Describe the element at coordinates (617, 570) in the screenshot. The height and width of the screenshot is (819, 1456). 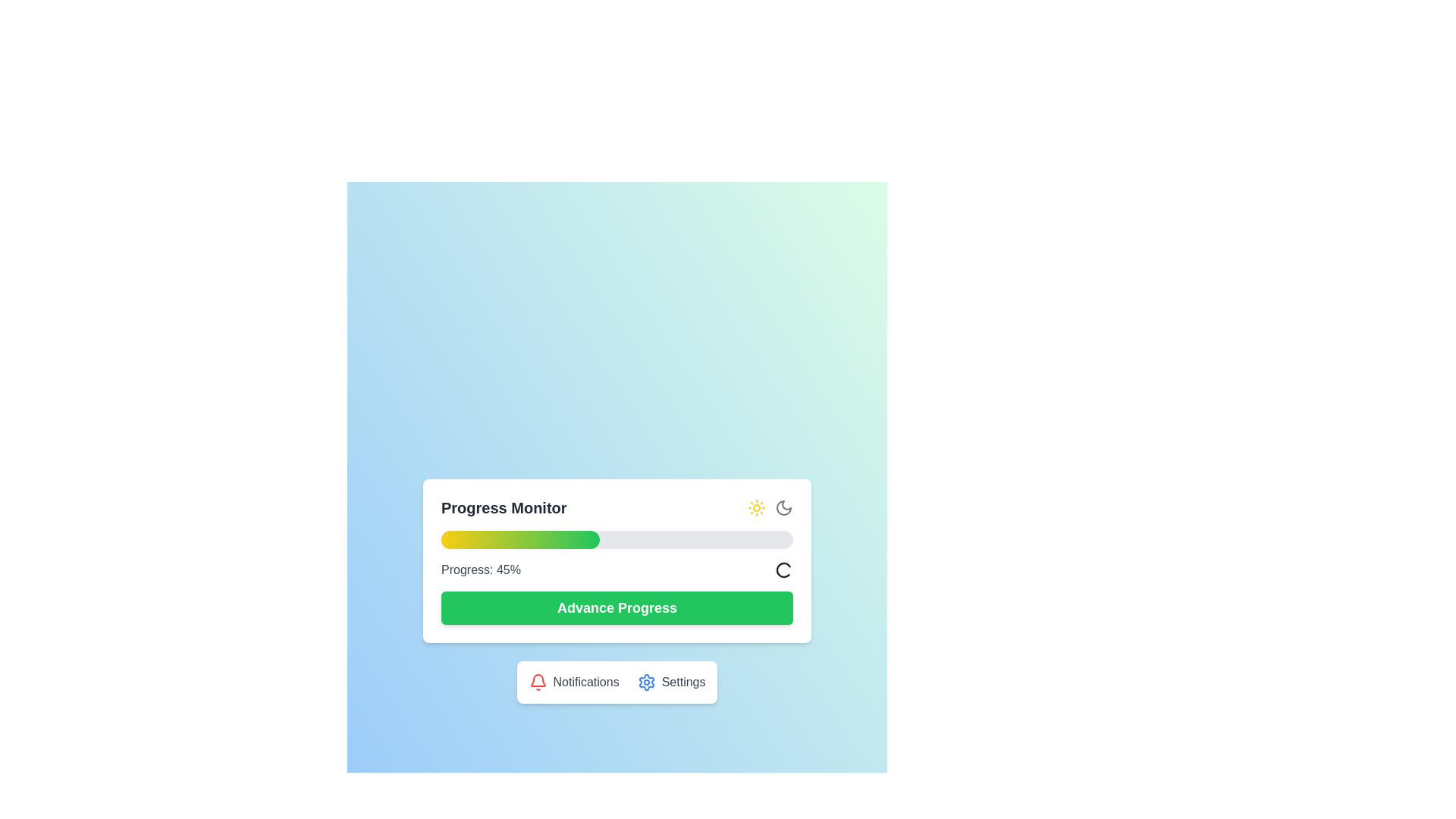
I see `the spinning circular indicator next to the text 'Progress: 45%', which is located below the progress bar and above the 'Advance Progress' button` at that location.